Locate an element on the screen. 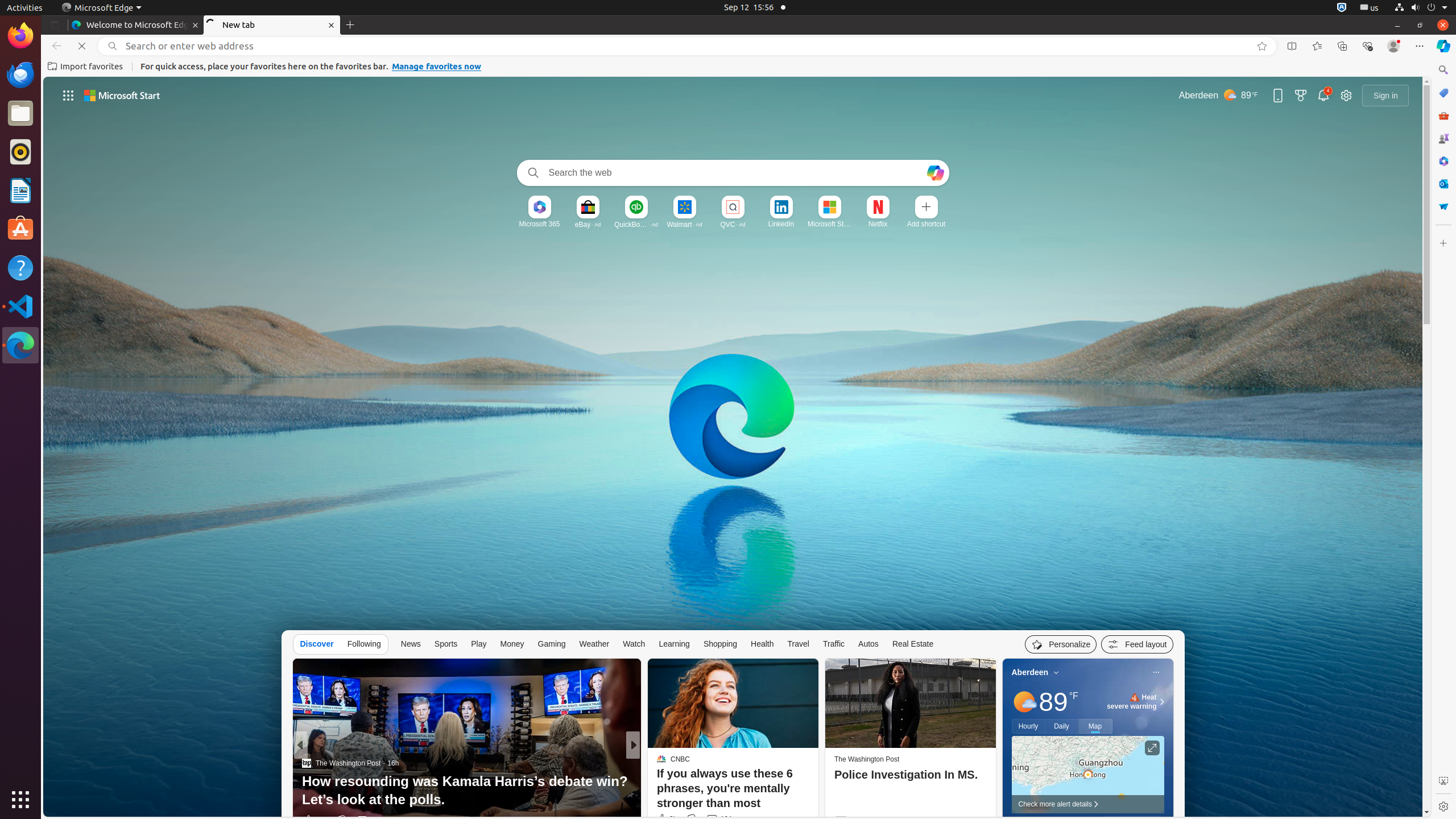  'Play' is located at coordinates (478, 643).